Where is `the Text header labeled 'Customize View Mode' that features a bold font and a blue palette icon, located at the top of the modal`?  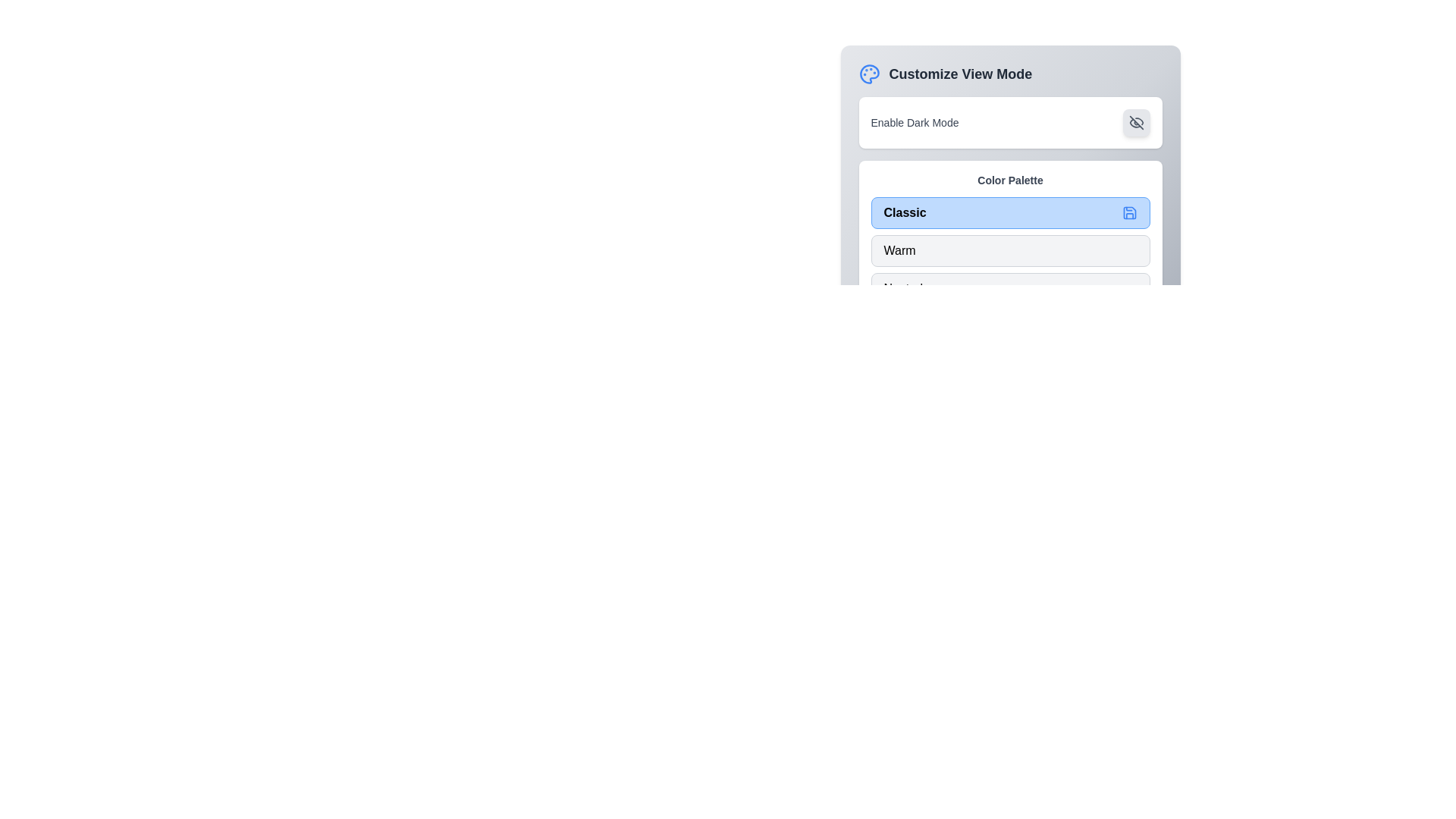
the Text header labeled 'Customize View Mode' that features a bold font and a blue palette icon, located at the top of the modal is located at coordinates (1010, 74).